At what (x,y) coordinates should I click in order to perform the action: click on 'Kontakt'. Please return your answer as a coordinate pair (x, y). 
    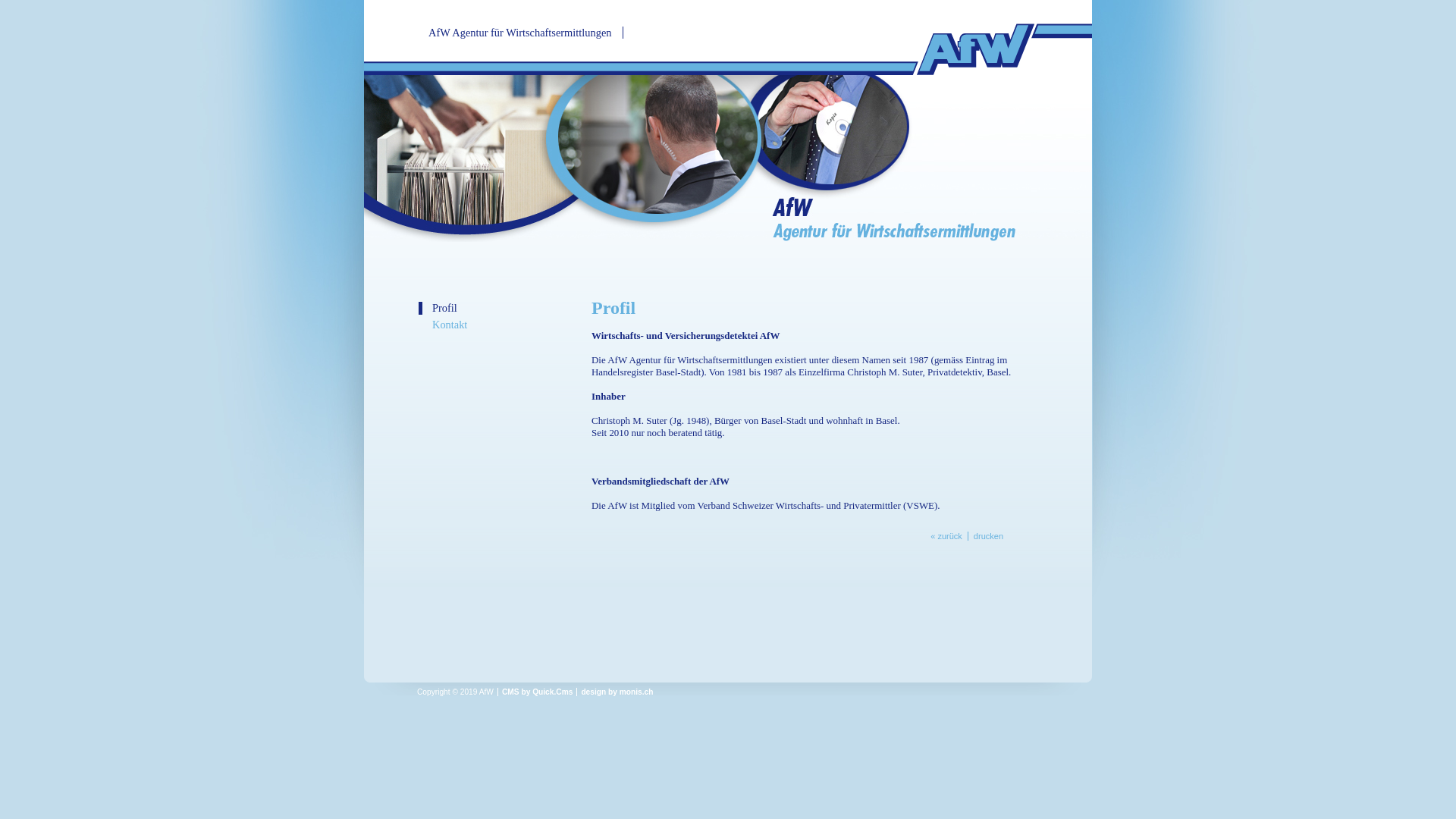
    Looking at the image, I should click on (419, 324).